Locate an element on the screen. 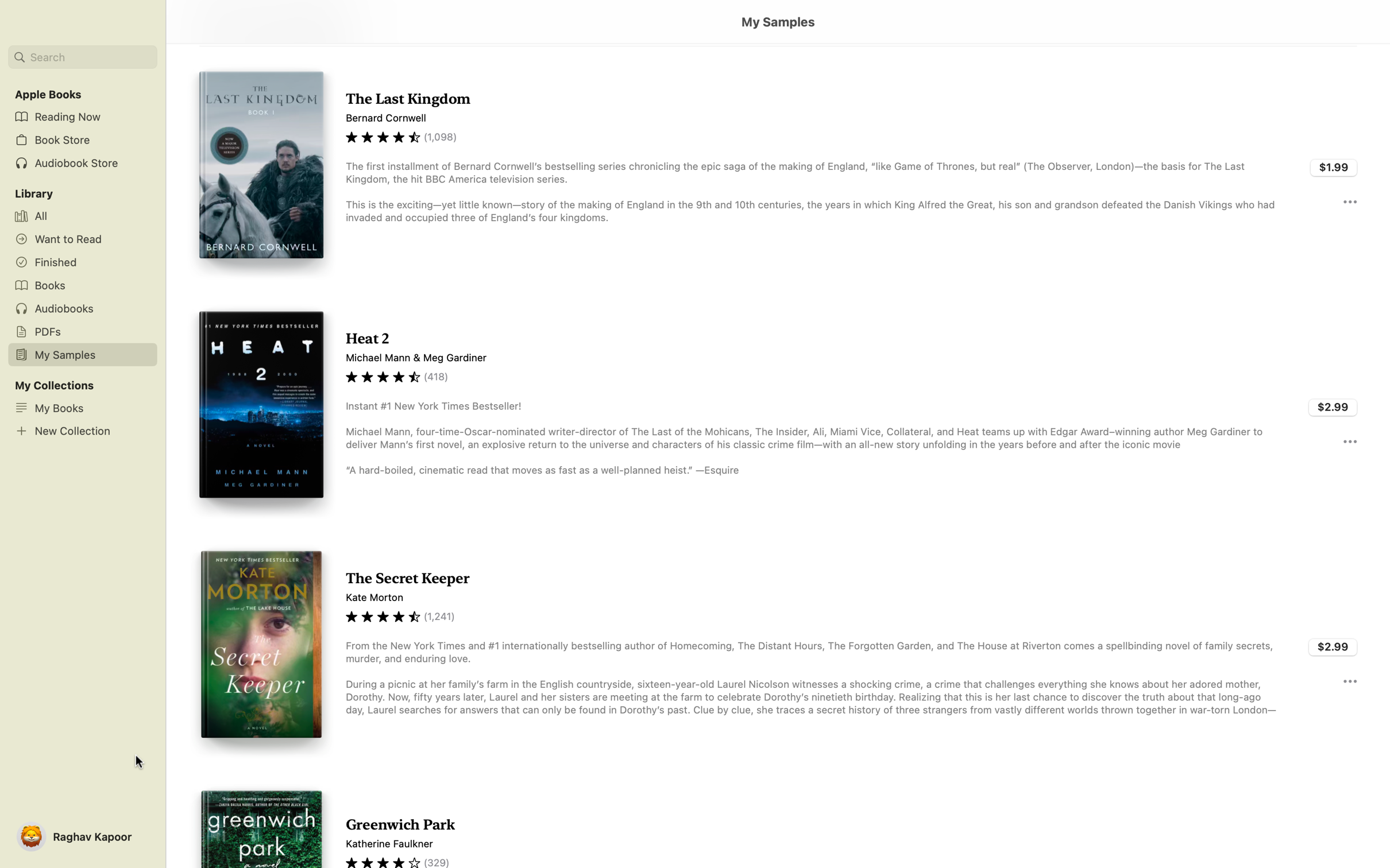 The image size is (1390, 868). the three-dot menu for additional information on the book "Last Kingdom is located at coordinates (1349, 200).